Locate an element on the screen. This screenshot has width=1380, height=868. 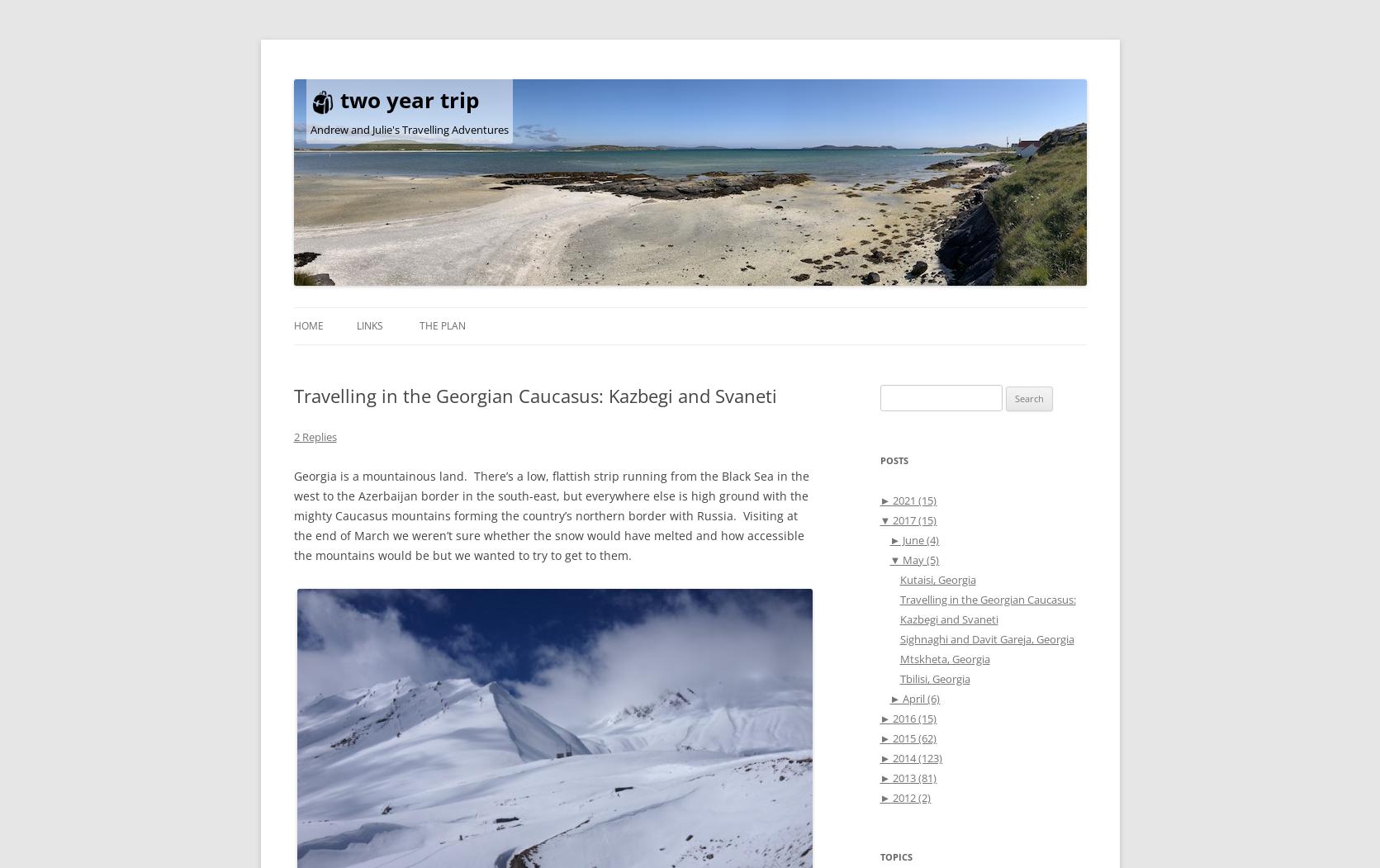
'Mtskheta, Georgia' is located at coordinates (944, 658).